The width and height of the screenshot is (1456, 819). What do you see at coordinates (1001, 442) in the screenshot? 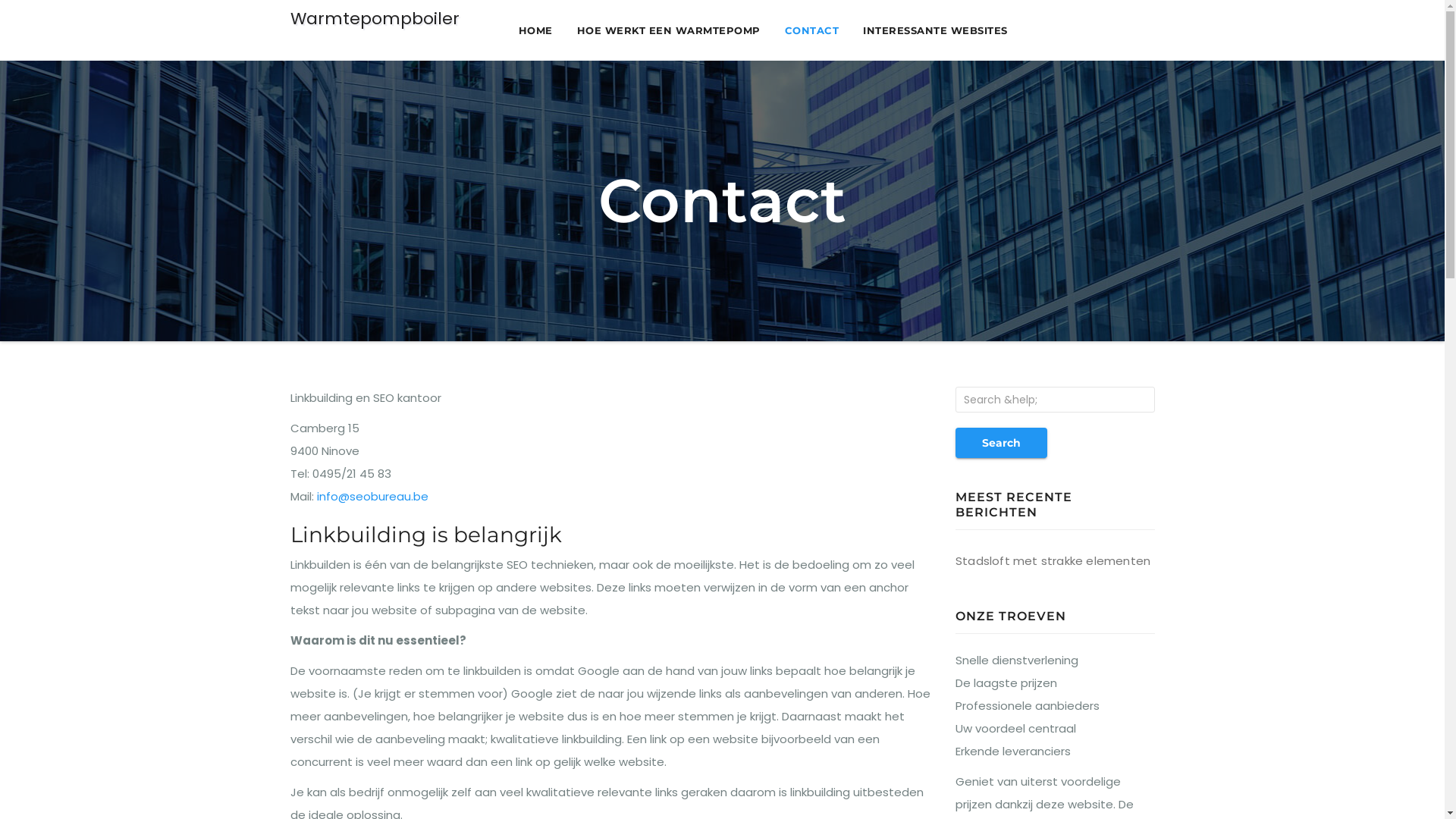
I see `'Search'` at bounding box center [1001, 442].